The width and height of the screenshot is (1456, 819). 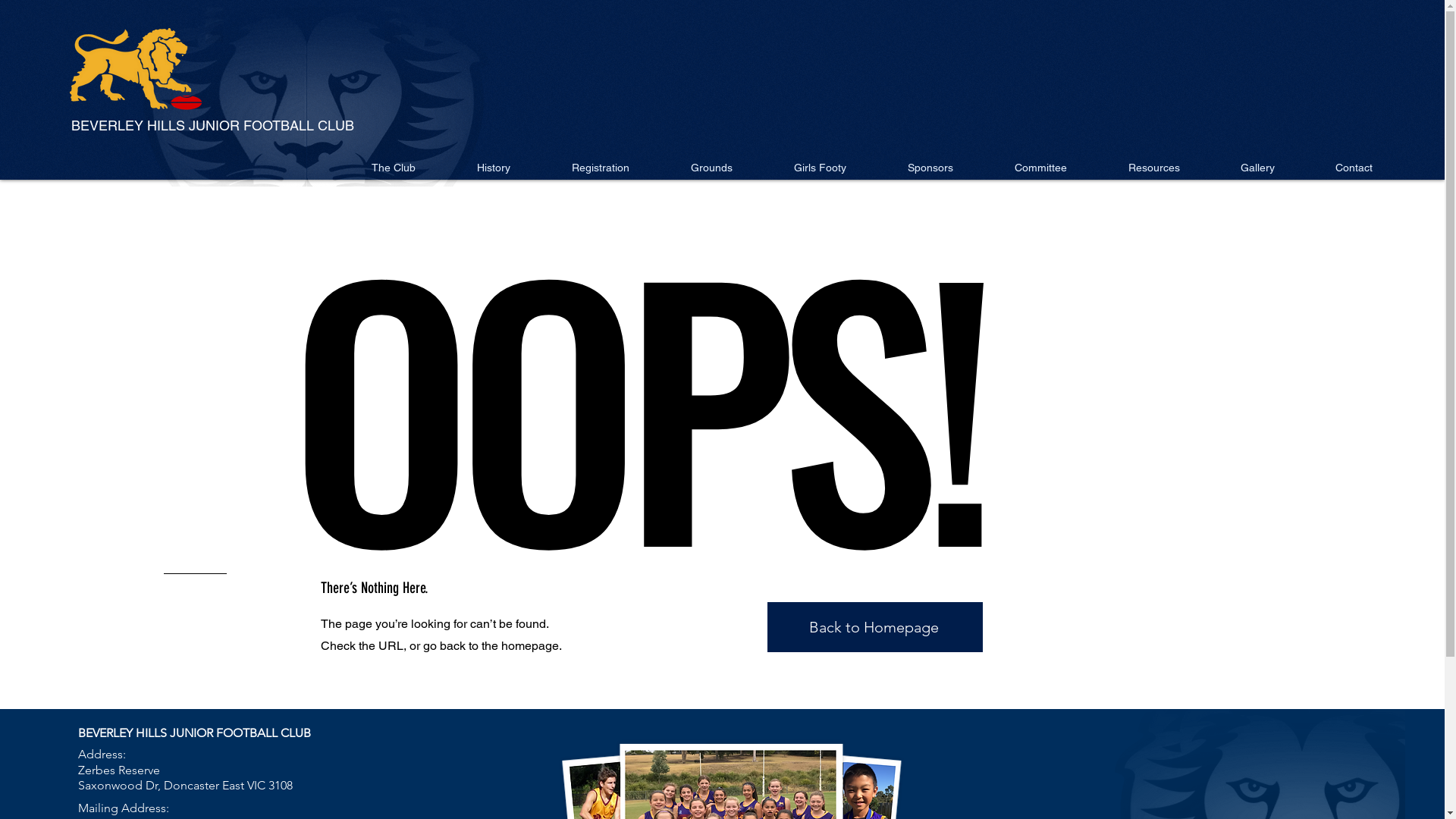 I want to click on 'Sponsors', so click(x=929, y=167).